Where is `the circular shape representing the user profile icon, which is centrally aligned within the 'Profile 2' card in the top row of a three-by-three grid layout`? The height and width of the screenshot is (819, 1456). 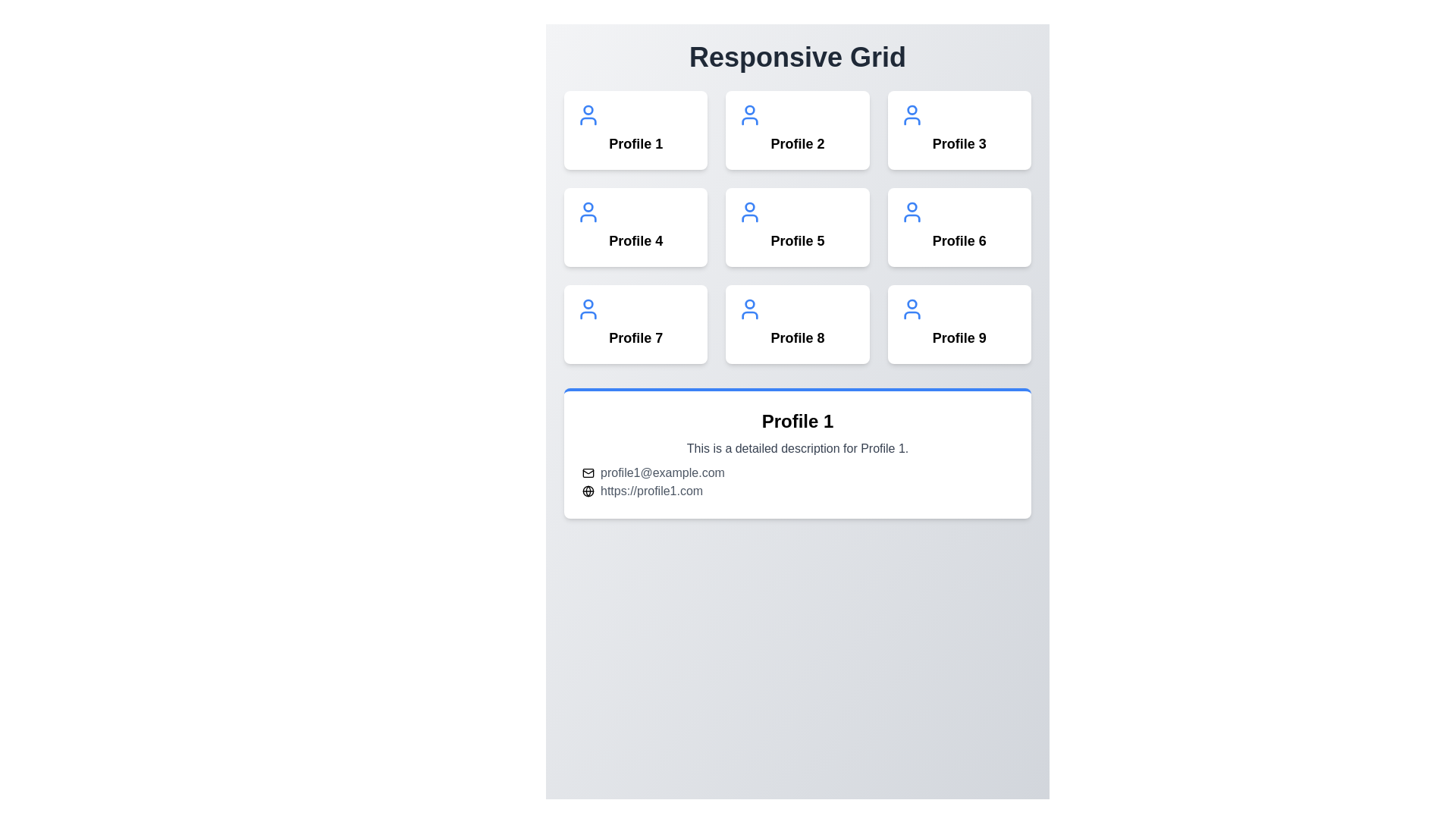
the circular shape representing the user profile icon, which is centrally aligned within the 'Profile 2' card in the top row of a three-by-three grid layout is located at coordinates (750, 109).